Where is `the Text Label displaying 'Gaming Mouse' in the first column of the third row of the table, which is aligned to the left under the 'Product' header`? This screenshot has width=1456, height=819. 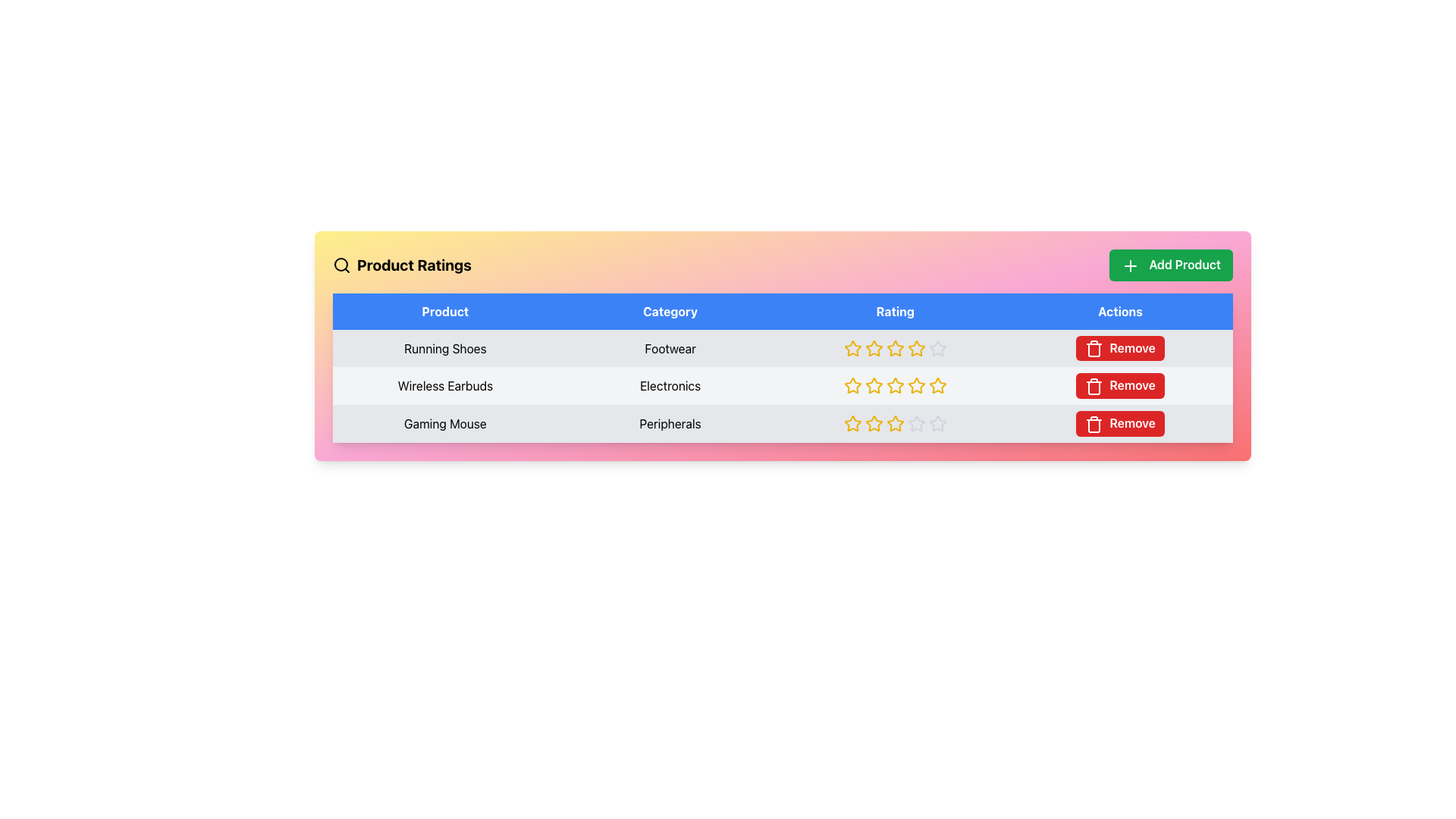
the Text Label displaying 'Gaming Mouse' in the first column of the third row of the table, which is aligned to the left under the 'Product' header is located at coordinates (444, 424).